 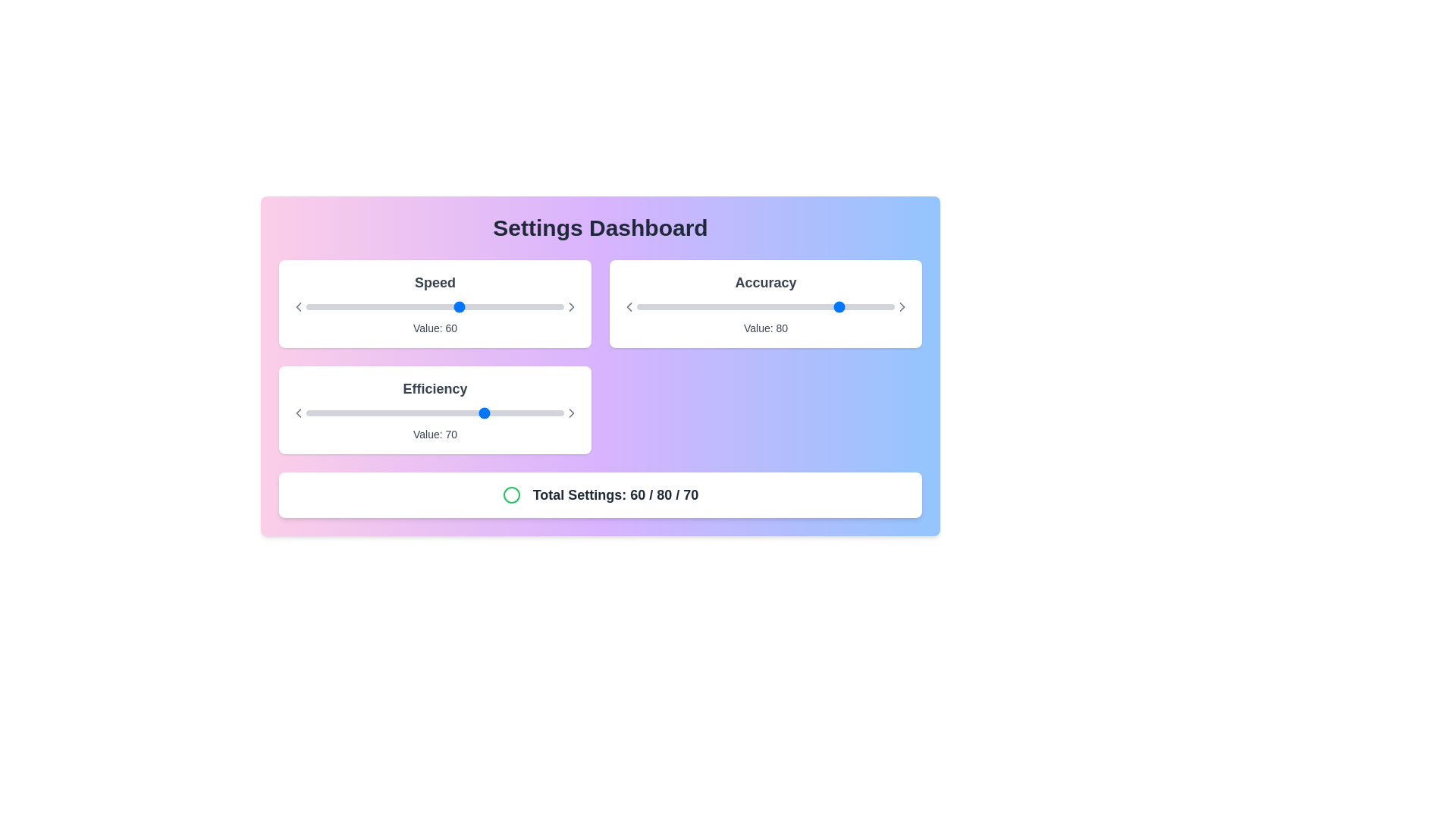 What do you see at coordinates (726, 307) in the screenshot?
I see `accuracy slider` at bounding box center [726, 307].